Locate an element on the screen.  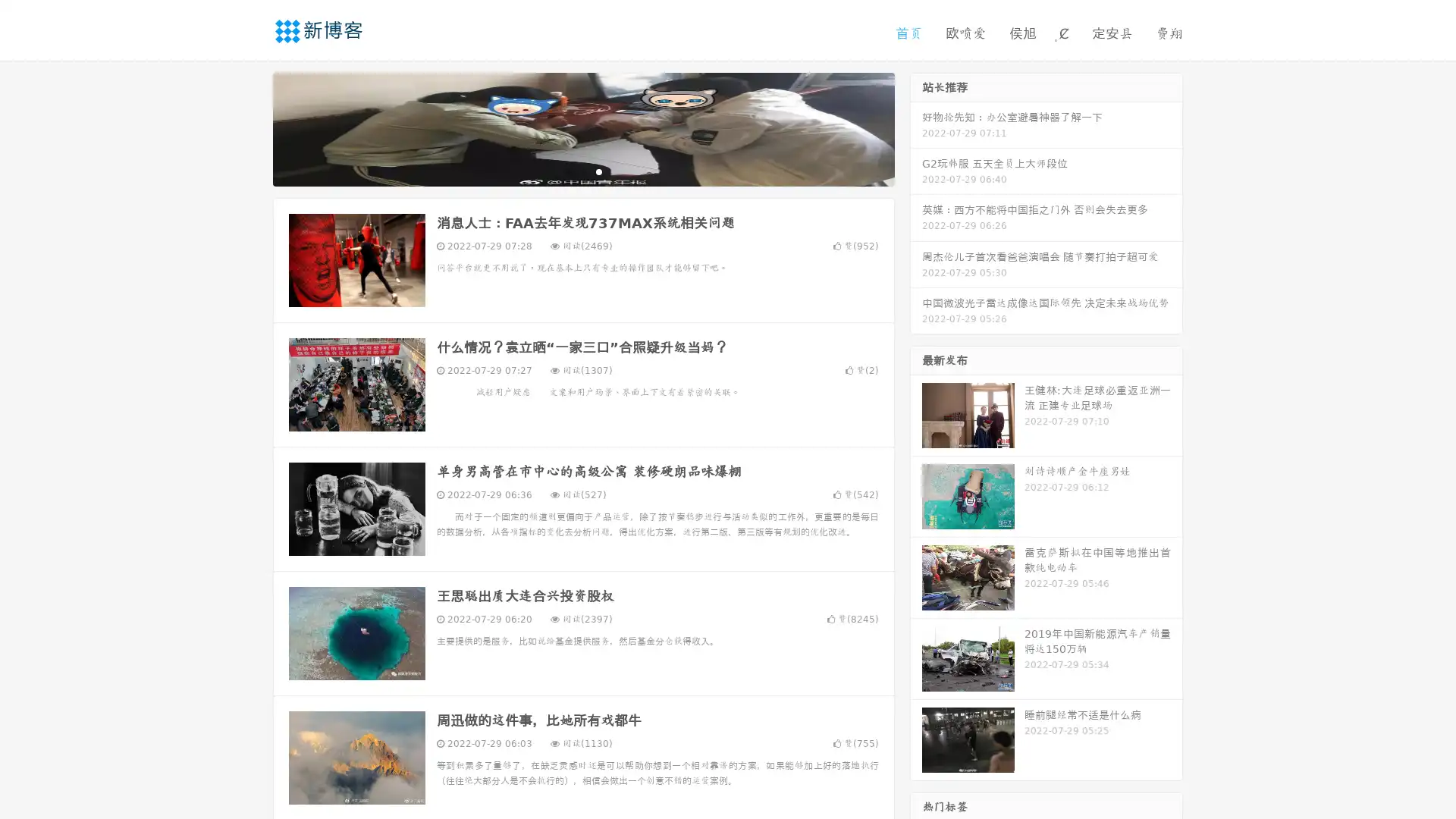
Go to slide 3 is located at coordinates (598, 171).